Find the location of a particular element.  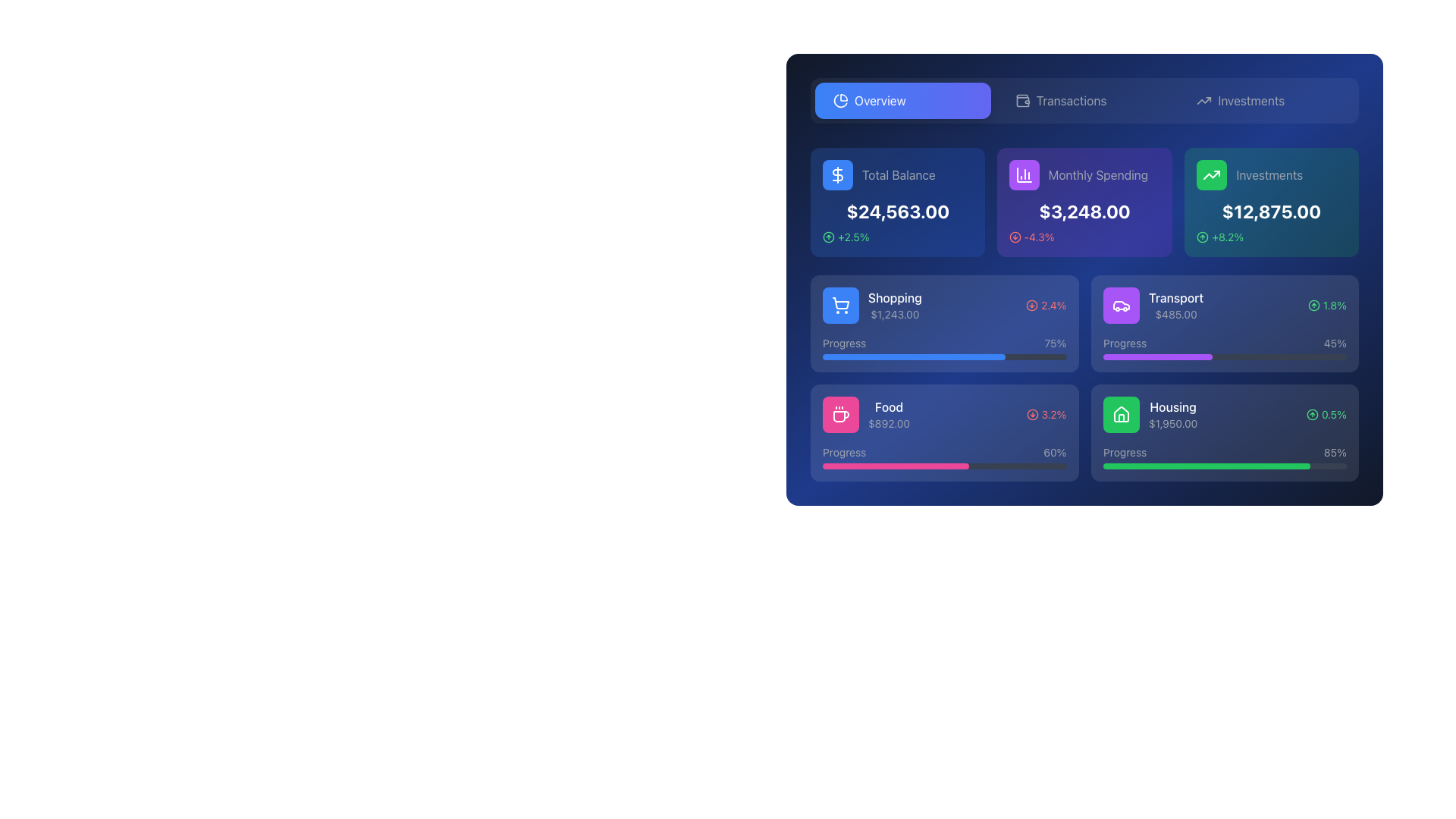

the text label displaying 'Transport' and '$485.00' by moving the cursor to its center point is located at coordinates (1175, 305).